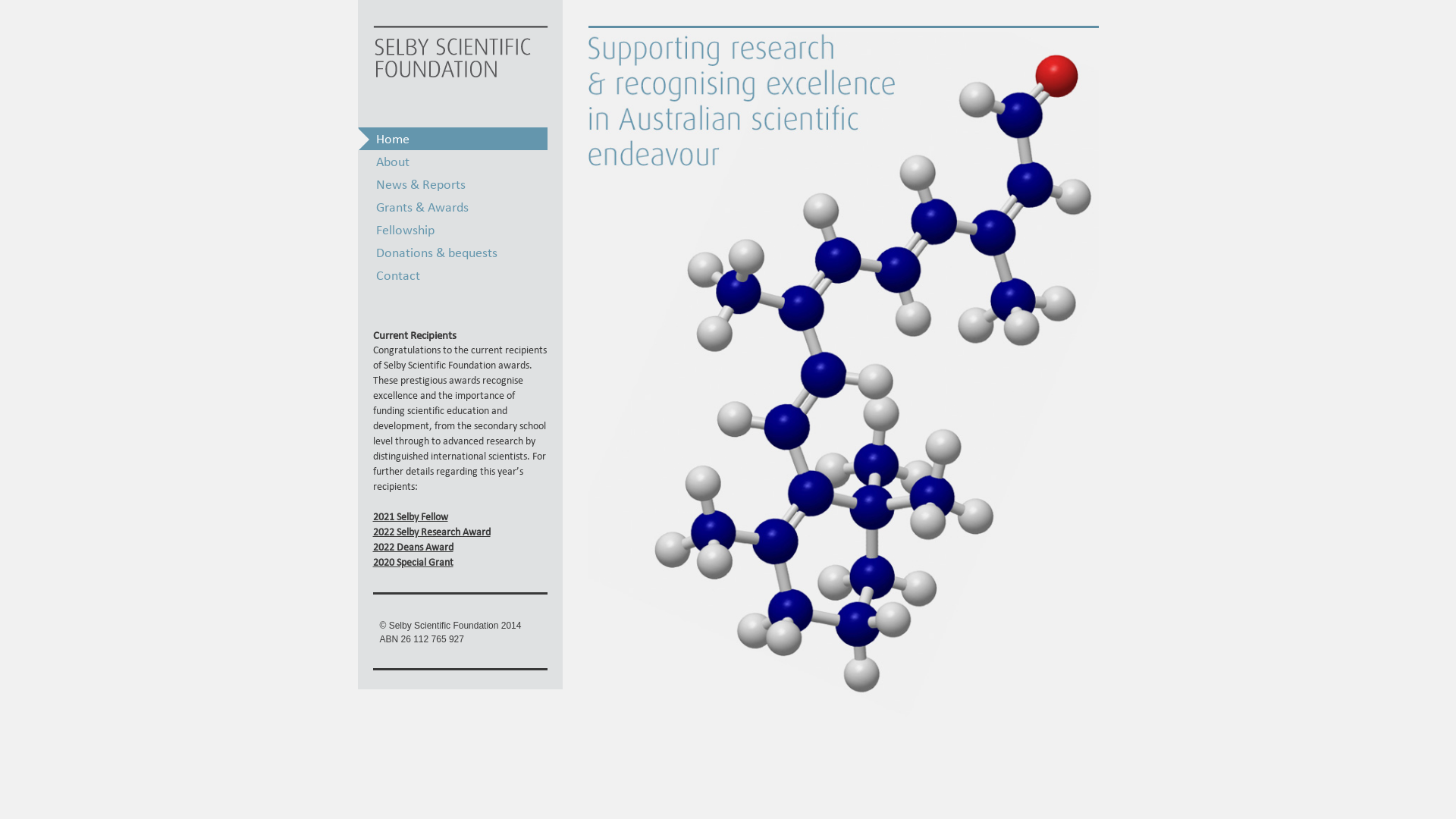  Describe the element at coordinates (451, 161) in the screenshot. I see `'About'` at that location.